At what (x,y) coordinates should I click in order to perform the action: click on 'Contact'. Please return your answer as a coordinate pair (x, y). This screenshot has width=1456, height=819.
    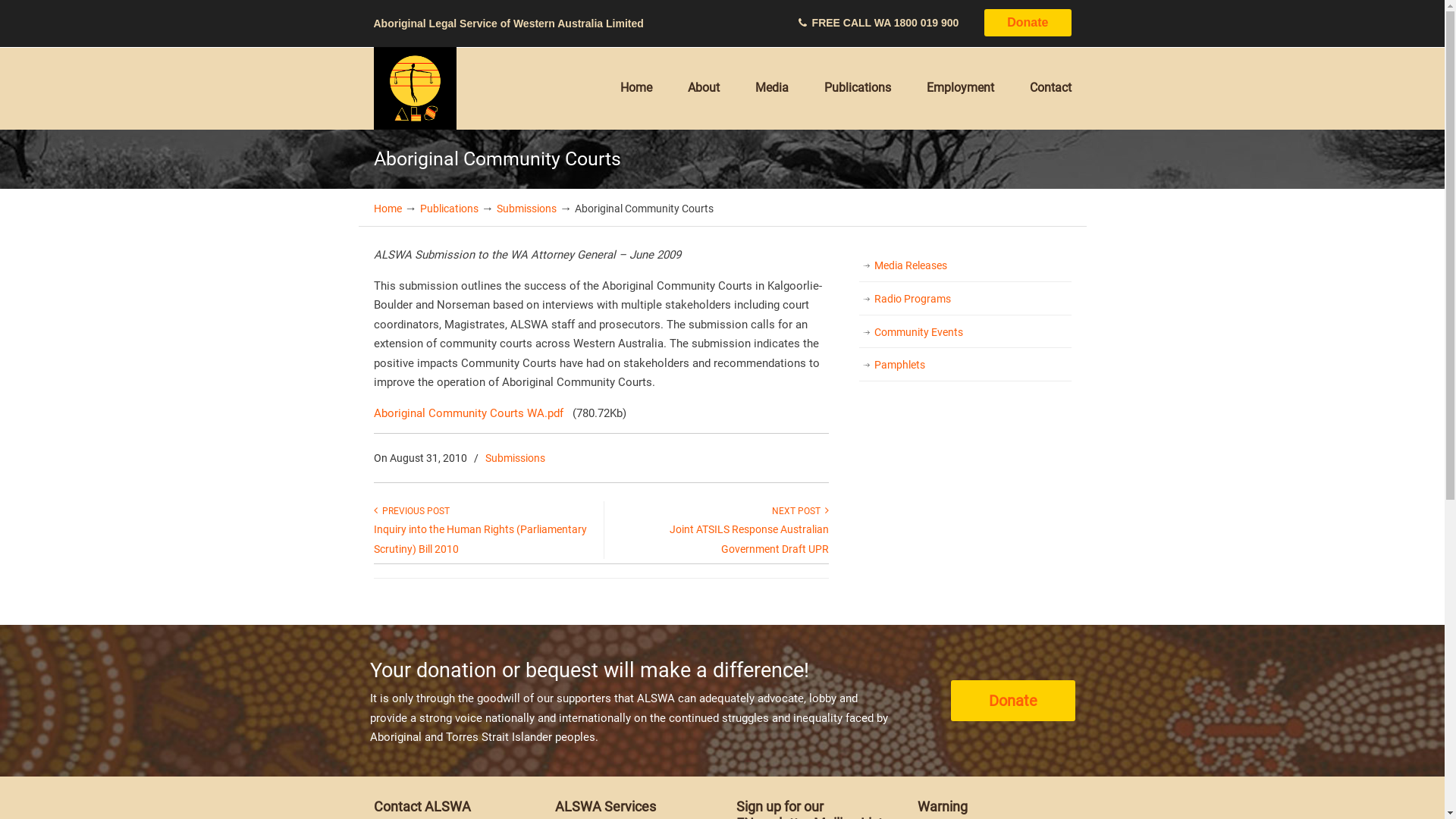
    Looking at the image, I should click on (1050, 87).